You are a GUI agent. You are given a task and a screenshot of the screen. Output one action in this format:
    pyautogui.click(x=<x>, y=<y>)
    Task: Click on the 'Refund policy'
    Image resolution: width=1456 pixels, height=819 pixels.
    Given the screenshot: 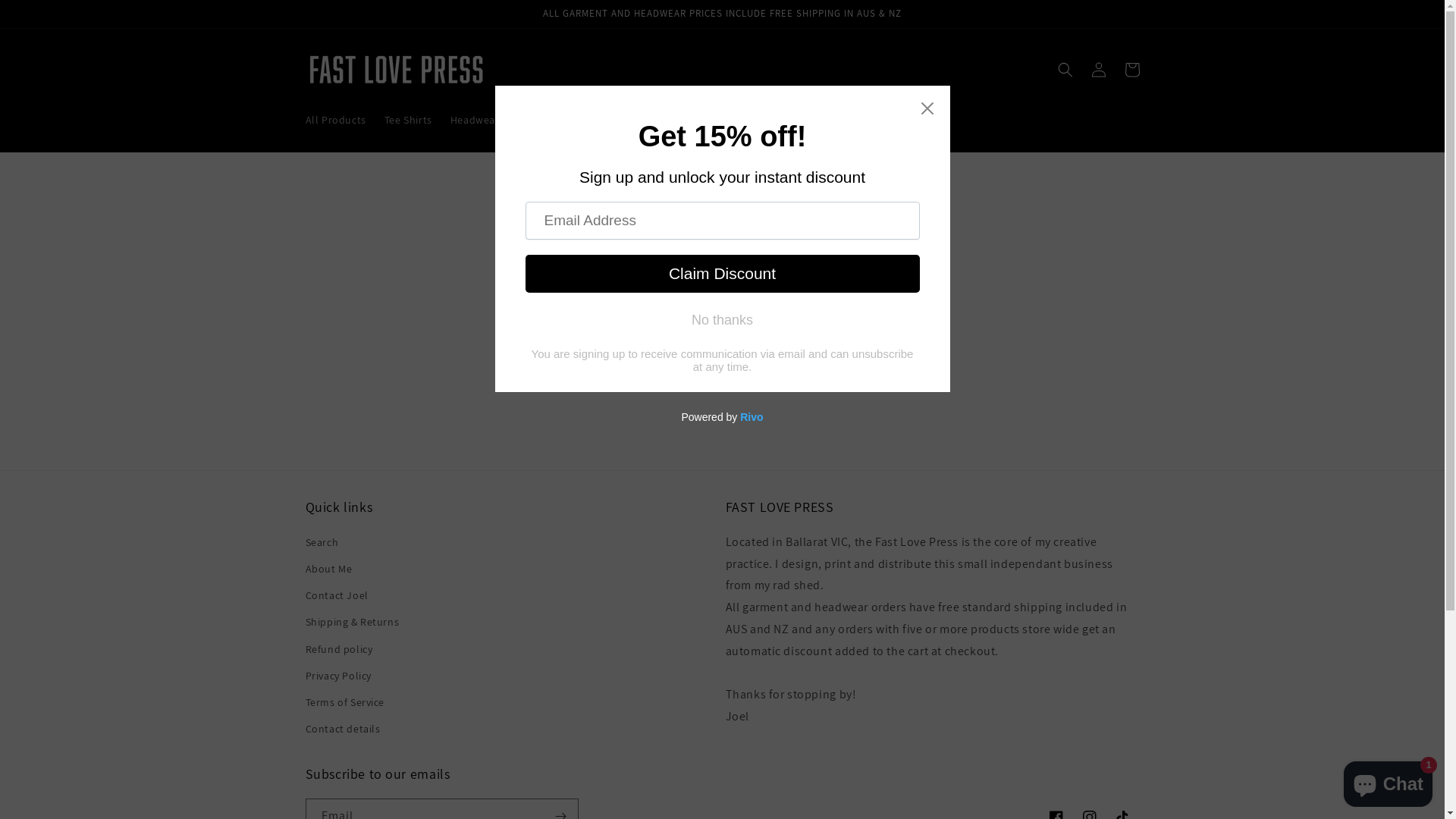 What is the action you would take?
    pyautogui.click(x=304, y=648)
    